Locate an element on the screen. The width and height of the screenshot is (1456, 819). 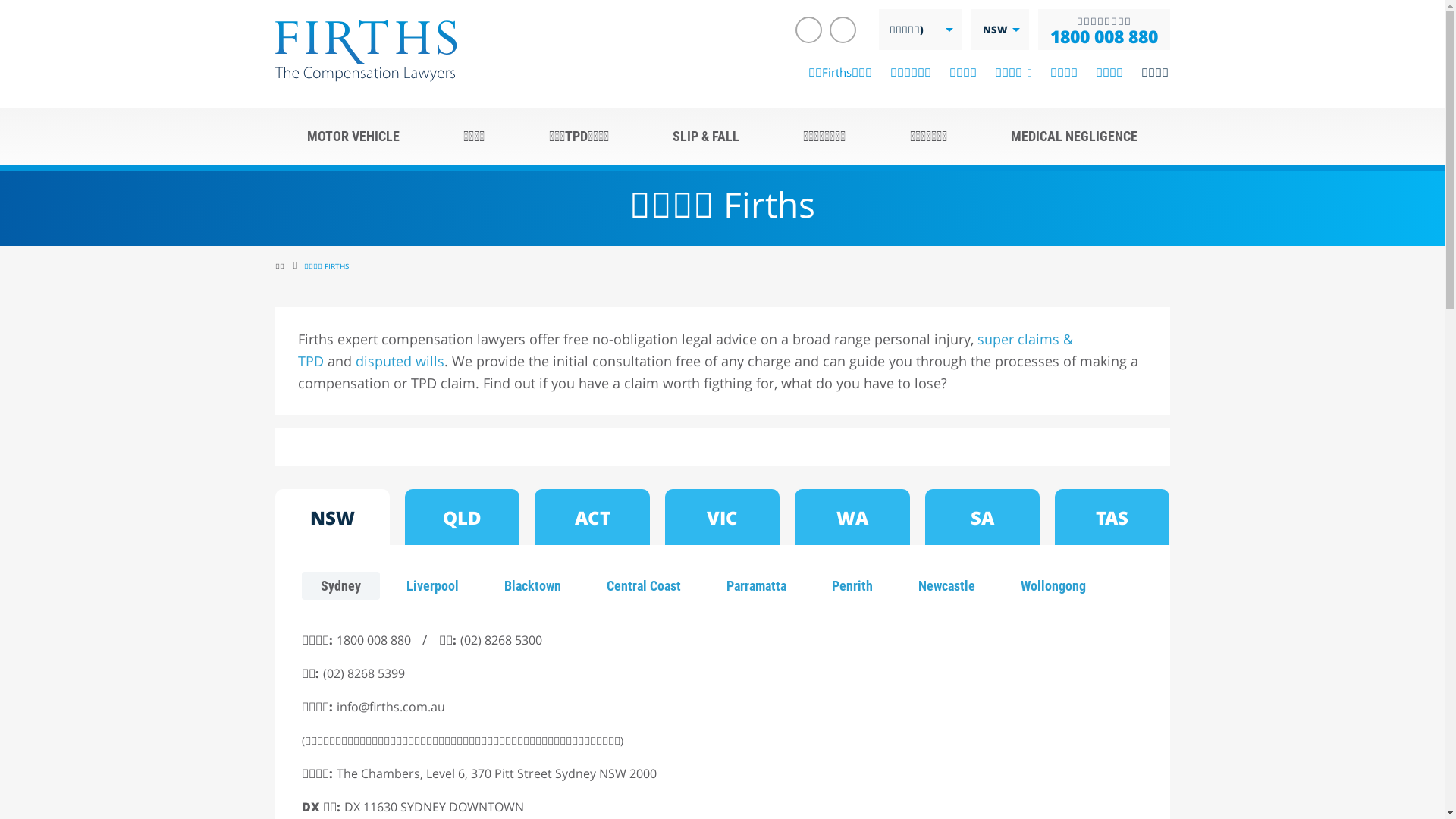
'Central Coast' is located at coordinates (585, 585).